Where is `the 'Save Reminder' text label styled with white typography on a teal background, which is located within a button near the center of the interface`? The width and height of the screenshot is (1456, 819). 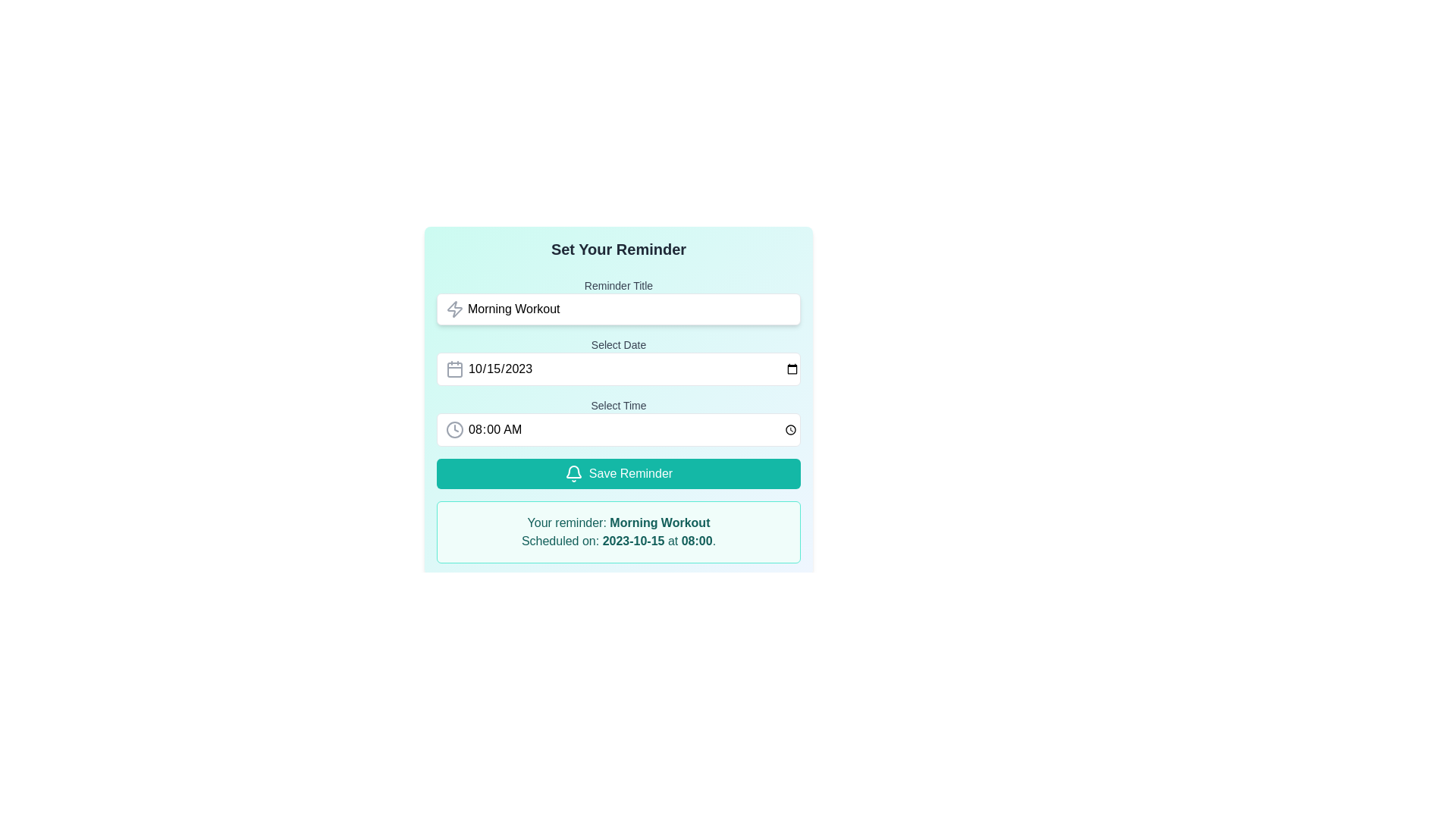
the 'Save Reminder' text label styled with white typography on a teal background, which is located within a button near the center of the interface is located at coordinates (630, 472).